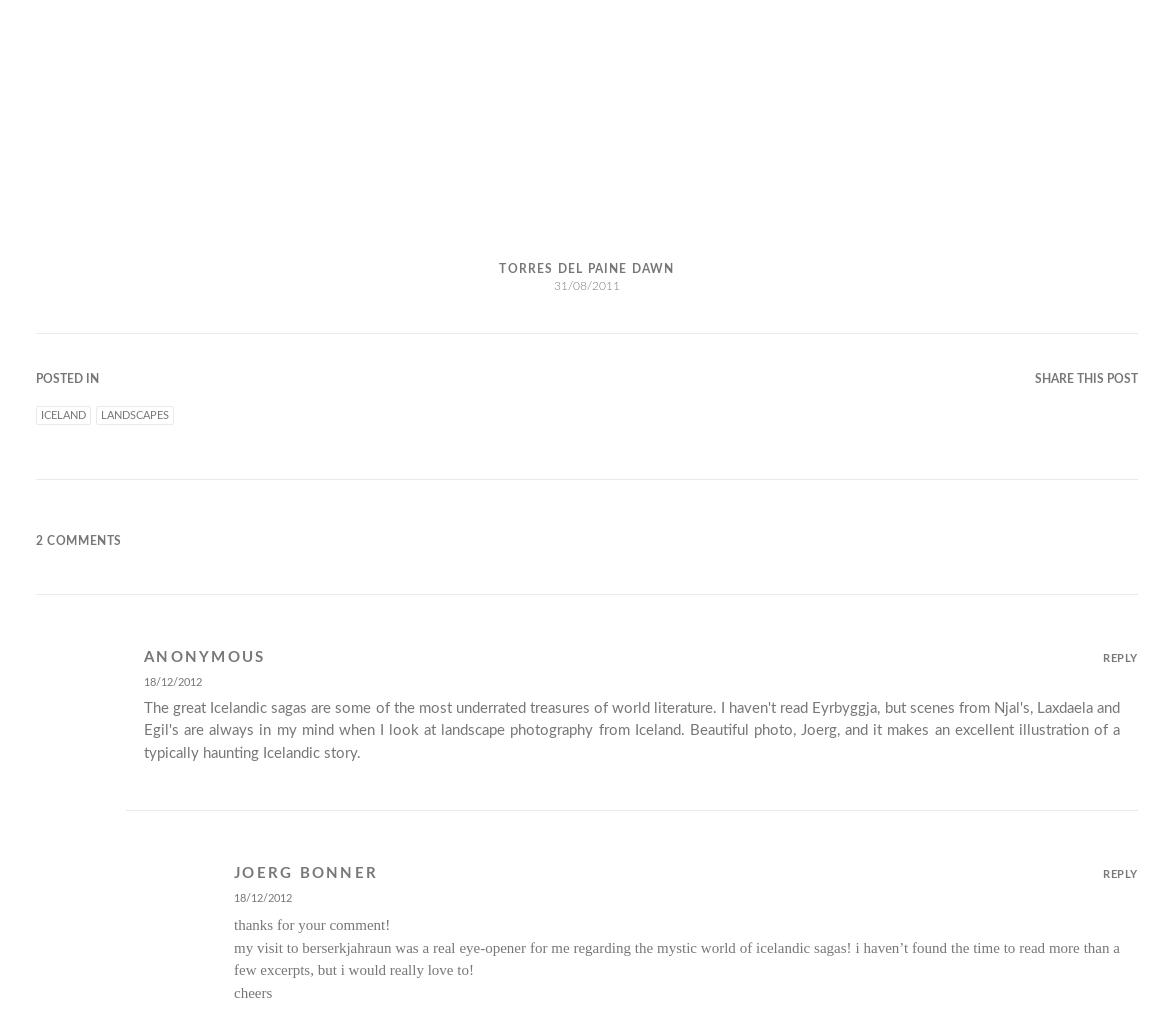 The height and width of the screenshot is (1009, 1174). Describe the element at coordinates (67, 377) in the screenshot. I see `'Posted in'` at that location.